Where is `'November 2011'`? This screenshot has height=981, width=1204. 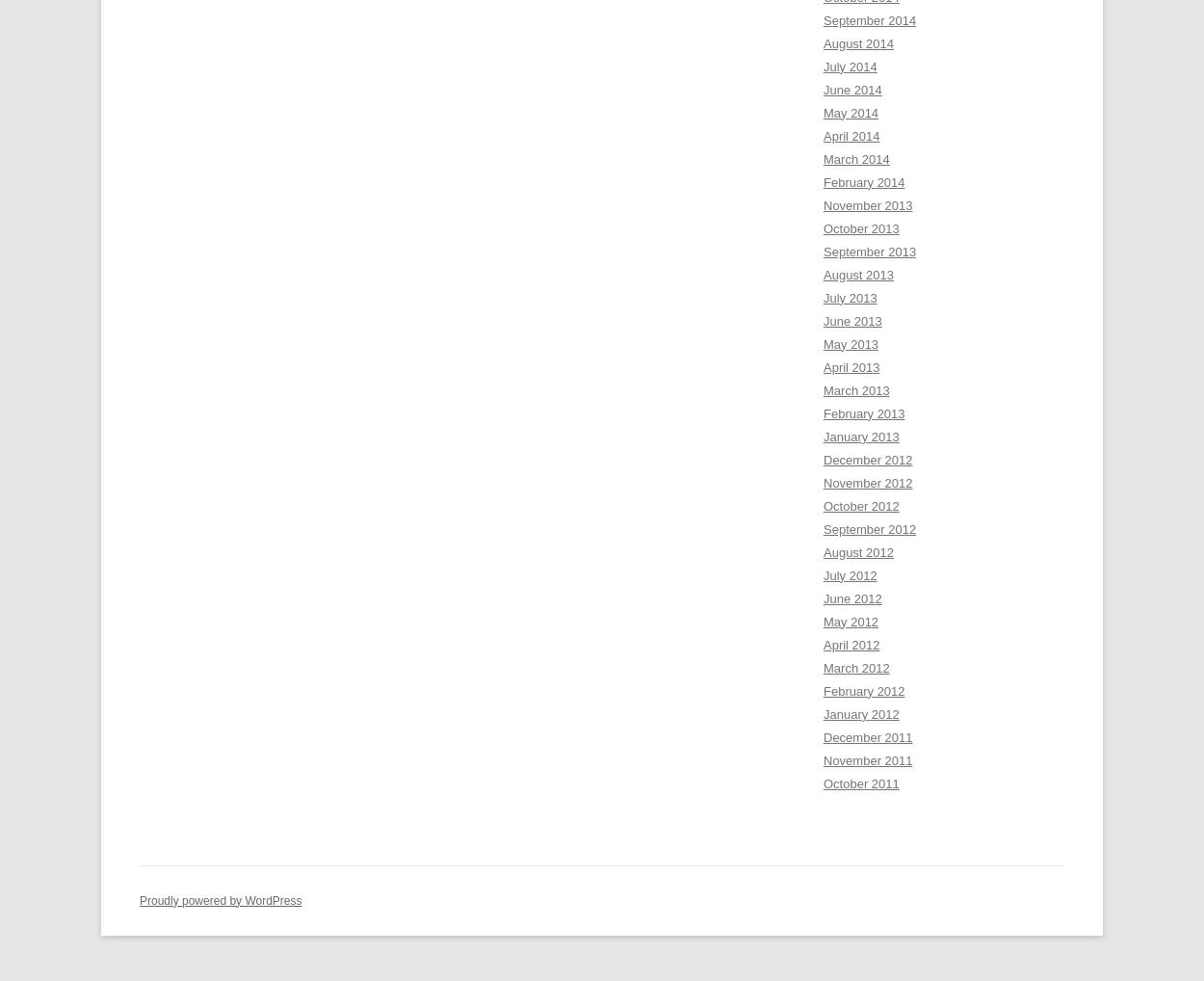
'November 2011' is located at coordinates (868, 759).